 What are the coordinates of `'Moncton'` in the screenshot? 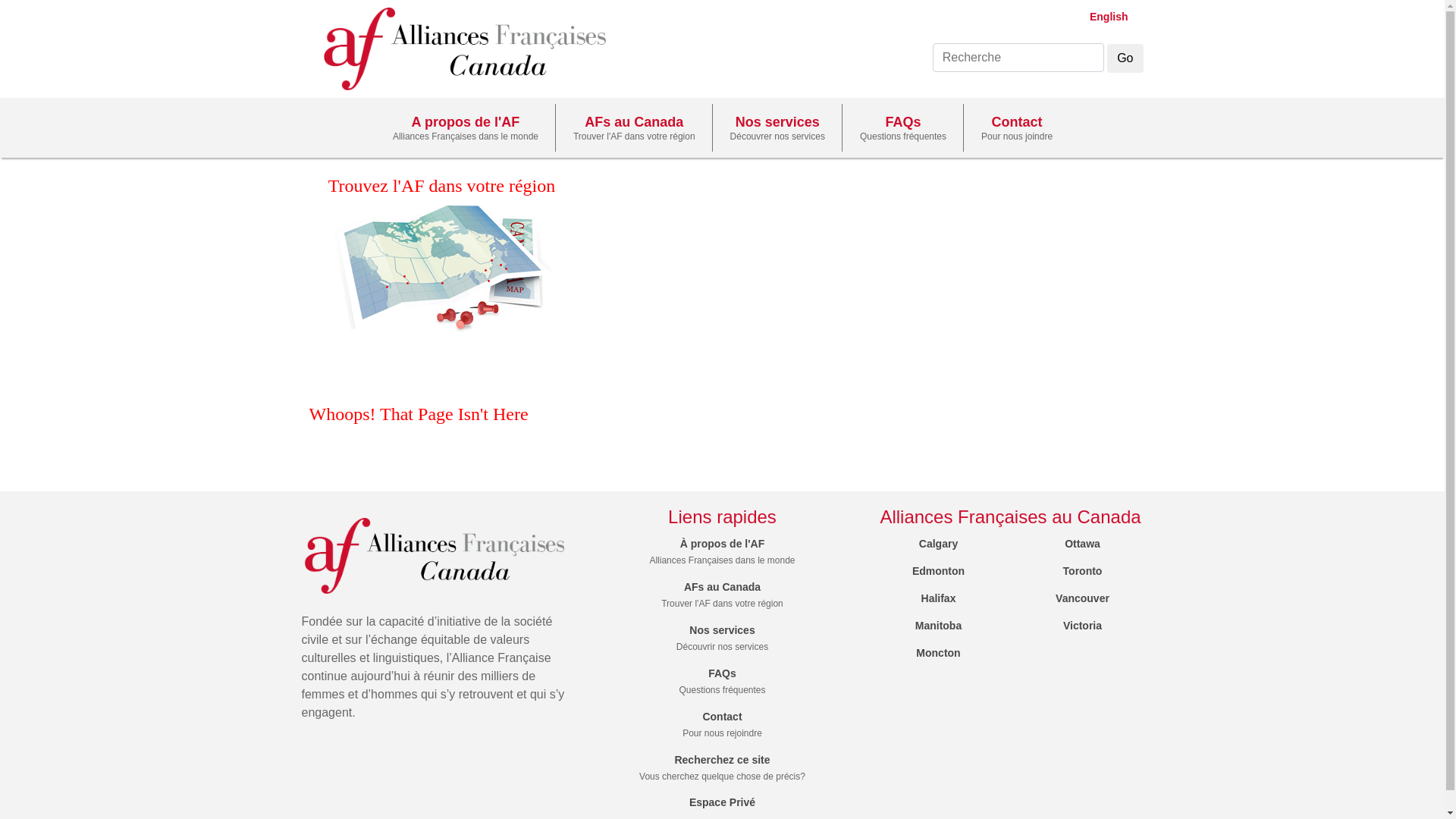 It's located at (937, 651).